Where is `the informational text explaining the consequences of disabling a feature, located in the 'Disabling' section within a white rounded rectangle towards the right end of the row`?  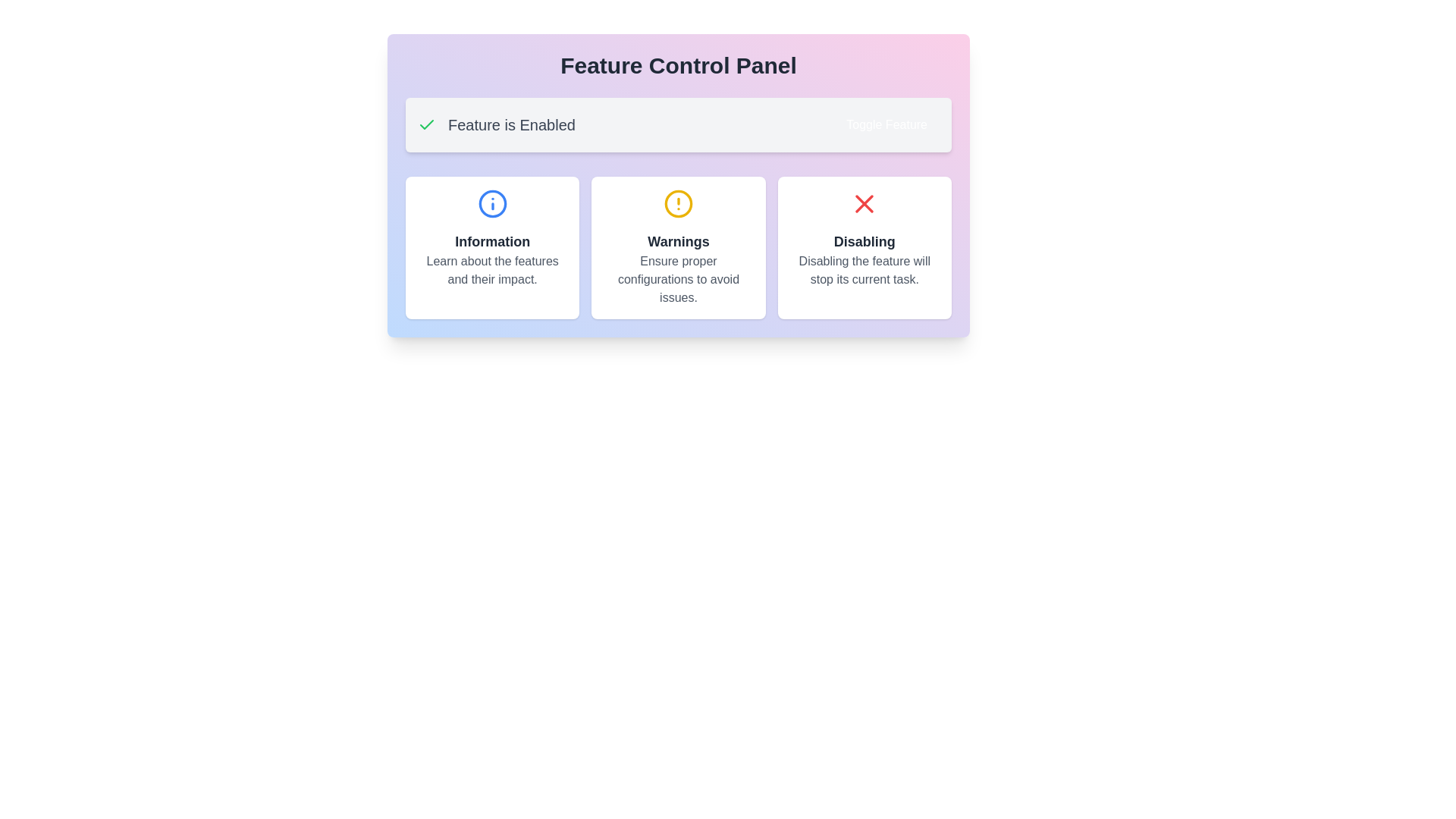
the informational text explaining the consequences of disabling a feature, located in the 'Disabling' section within a white rounded rectangle towards the right end of the row is located at coordinates (864, 270).